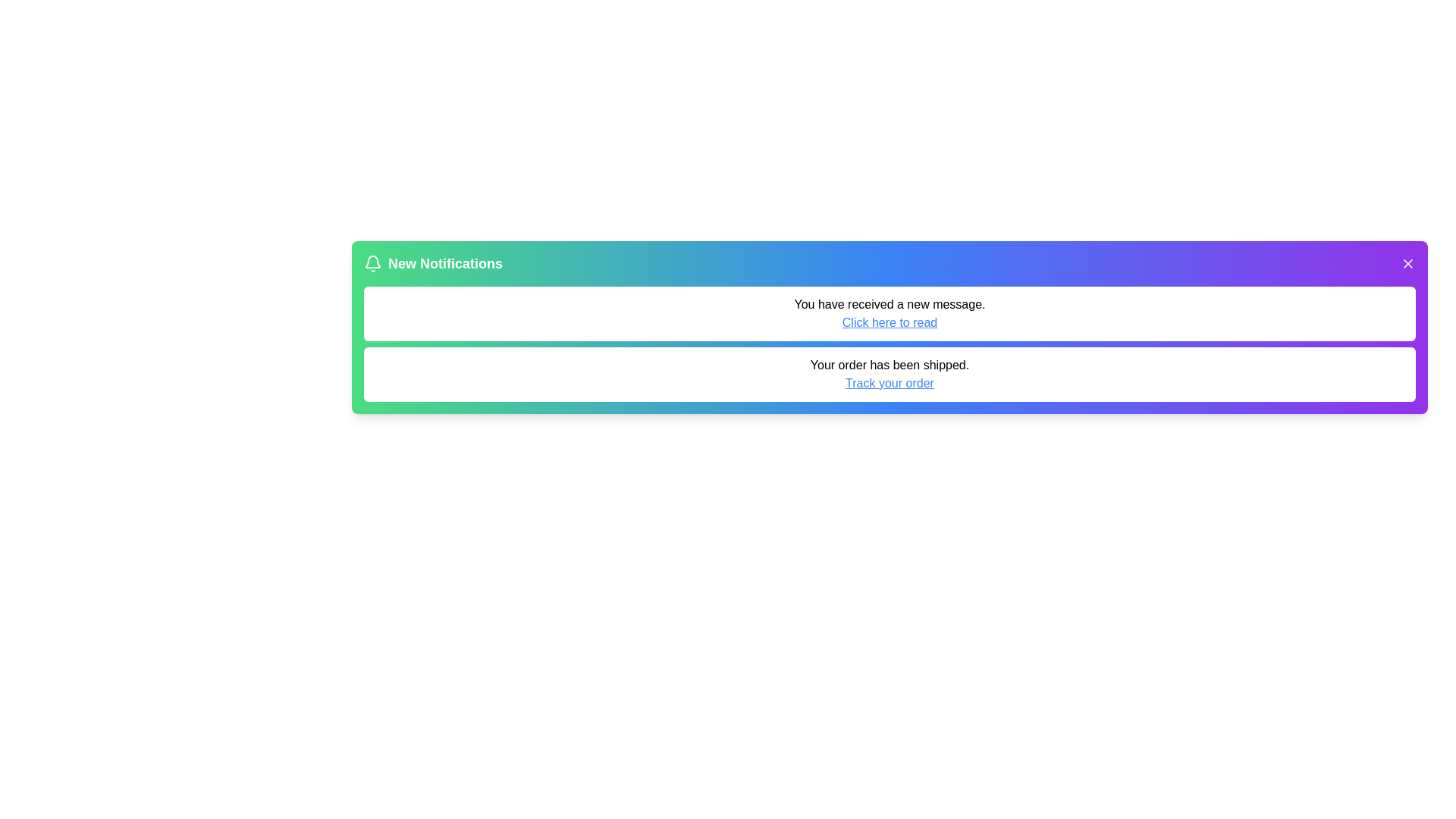 This screenshot has height=819, width=1456. Describe the element at coordinates (444, 262) in the screenshot. I see `text label that serves as a title or header for the notification section, located near the top-left corner of the notification box, following the bell icon` at that location.